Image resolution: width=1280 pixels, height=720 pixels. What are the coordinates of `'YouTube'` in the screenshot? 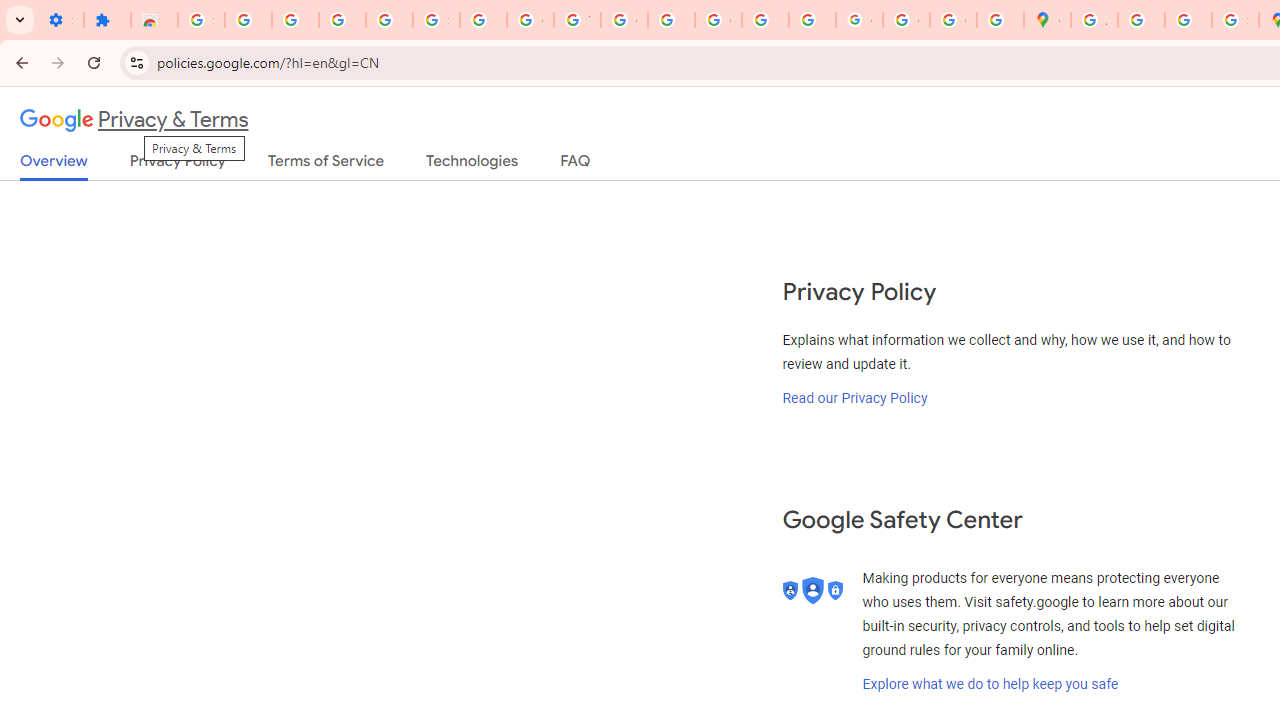 It's located at (576, 20).